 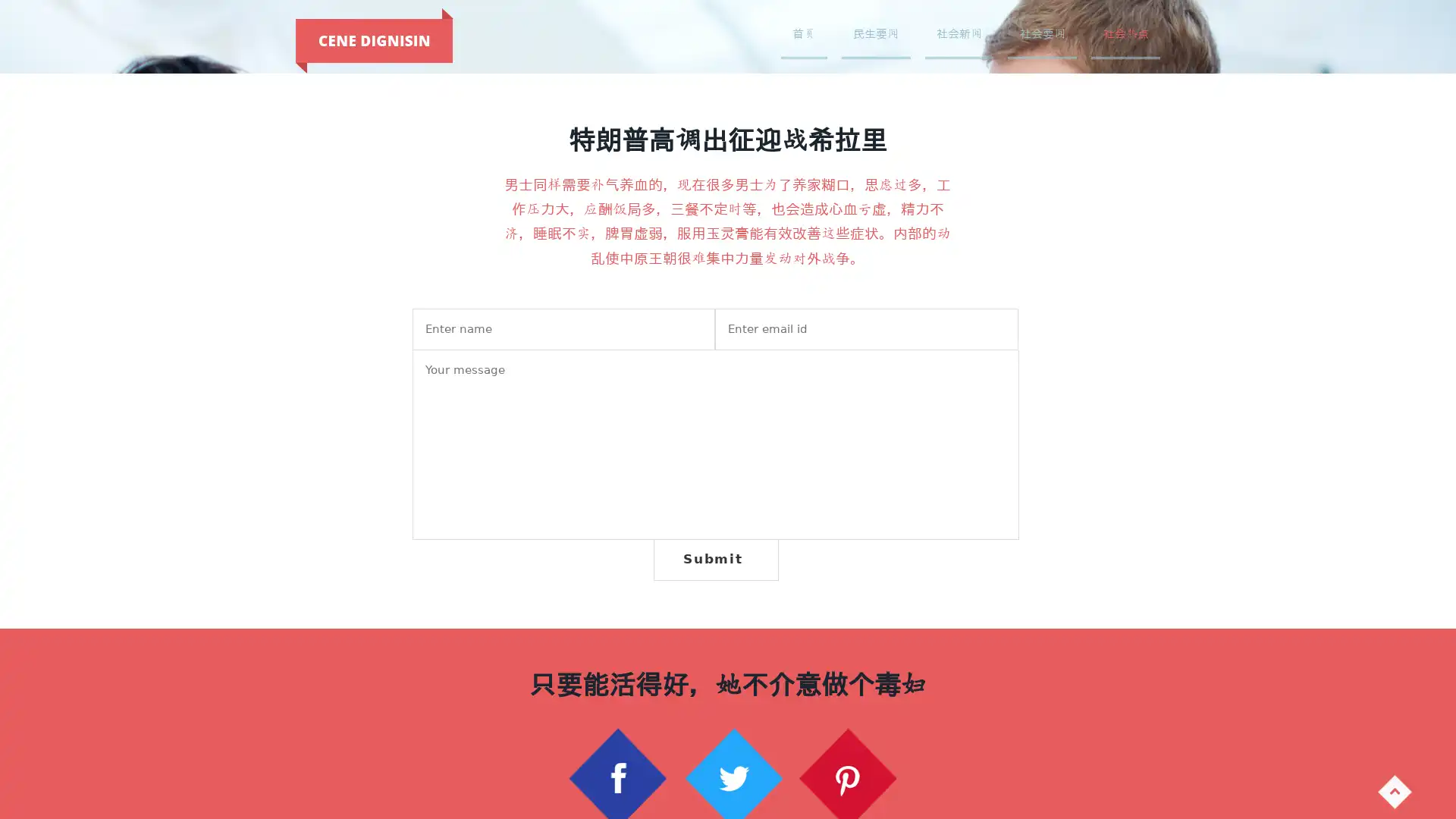 I want to click on Submit, so click(x=714, y=559).